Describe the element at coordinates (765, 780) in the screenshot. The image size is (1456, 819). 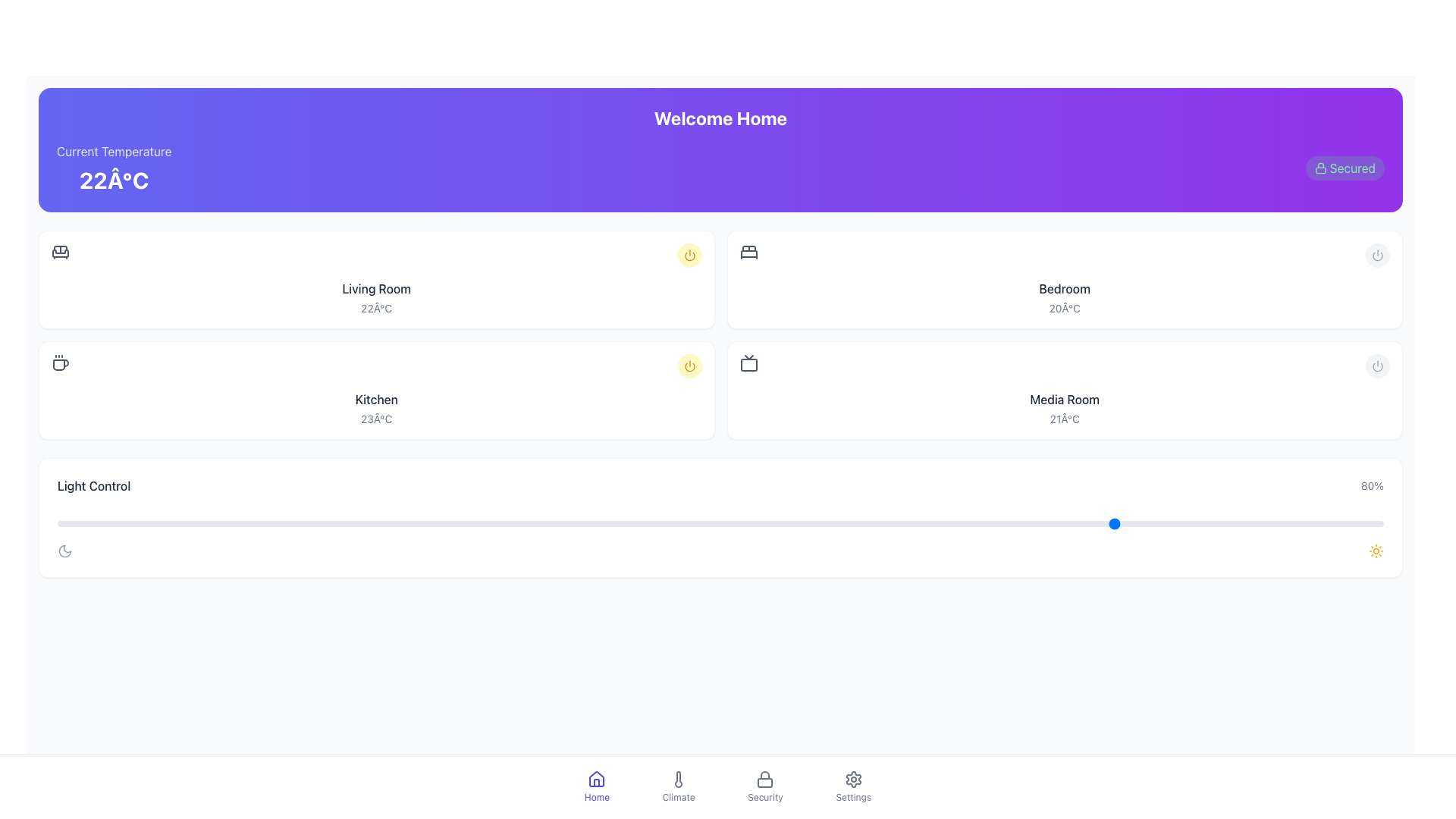
I see `the lock icon in the middle of the 'Security' menu option in the bottom navigation bar` at that location.